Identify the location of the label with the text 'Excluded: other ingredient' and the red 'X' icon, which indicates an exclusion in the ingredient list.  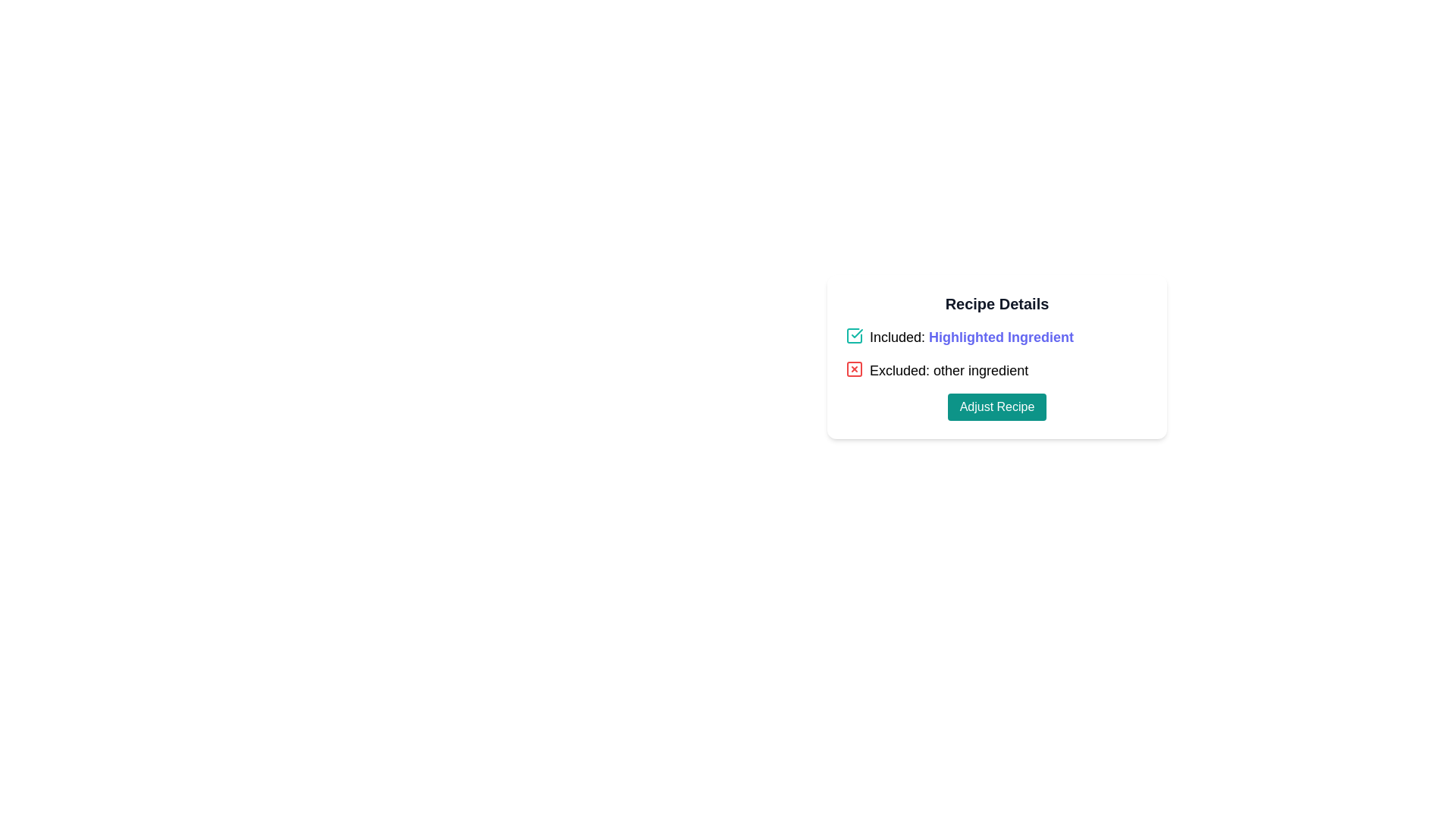
(997, 371).